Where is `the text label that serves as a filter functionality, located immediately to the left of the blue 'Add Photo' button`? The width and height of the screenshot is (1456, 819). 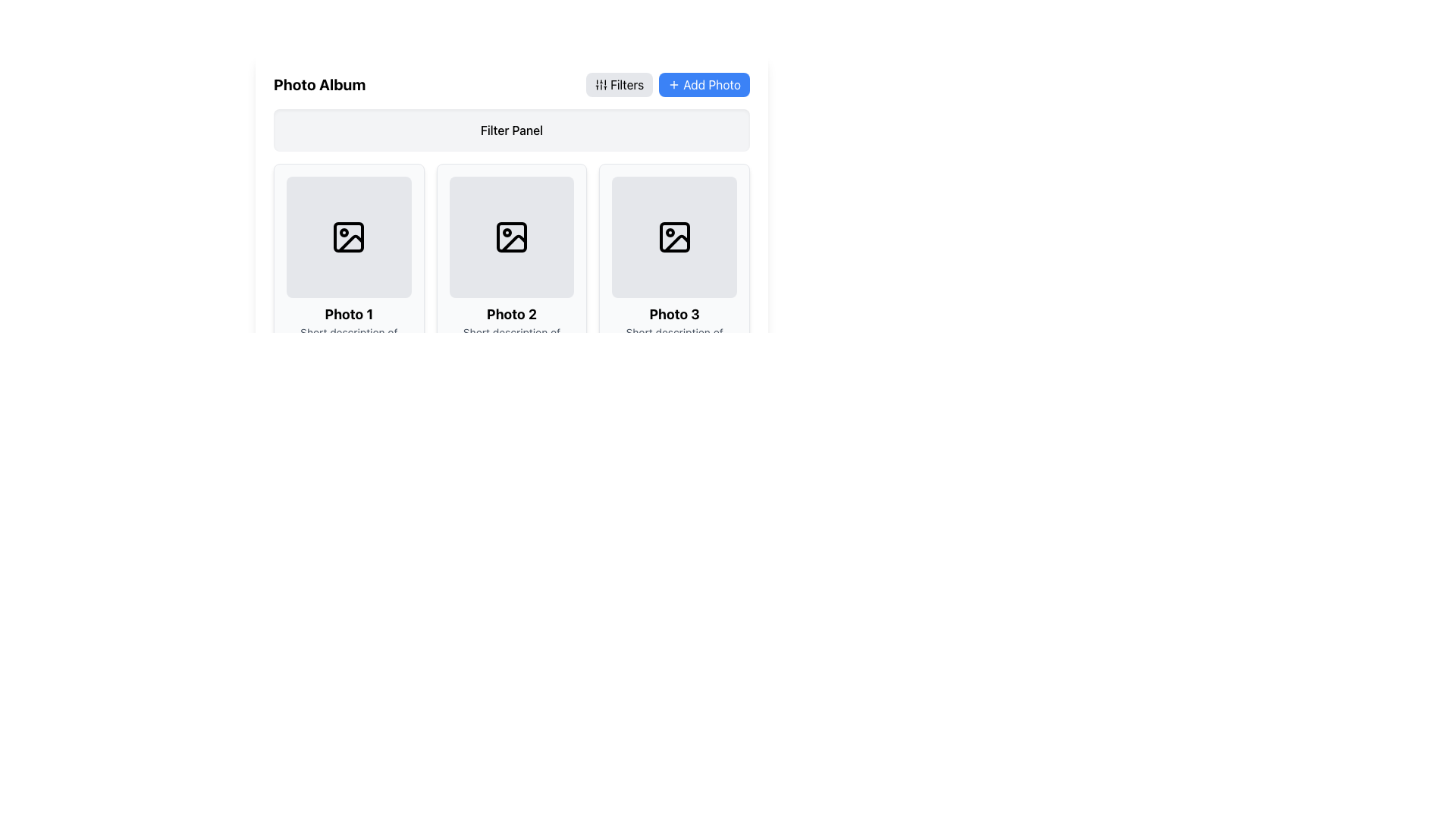
the text label that serves as a filter functionality, located immediately to the left of the blue 'Add Photo' button is located at coordinates (627, 84).